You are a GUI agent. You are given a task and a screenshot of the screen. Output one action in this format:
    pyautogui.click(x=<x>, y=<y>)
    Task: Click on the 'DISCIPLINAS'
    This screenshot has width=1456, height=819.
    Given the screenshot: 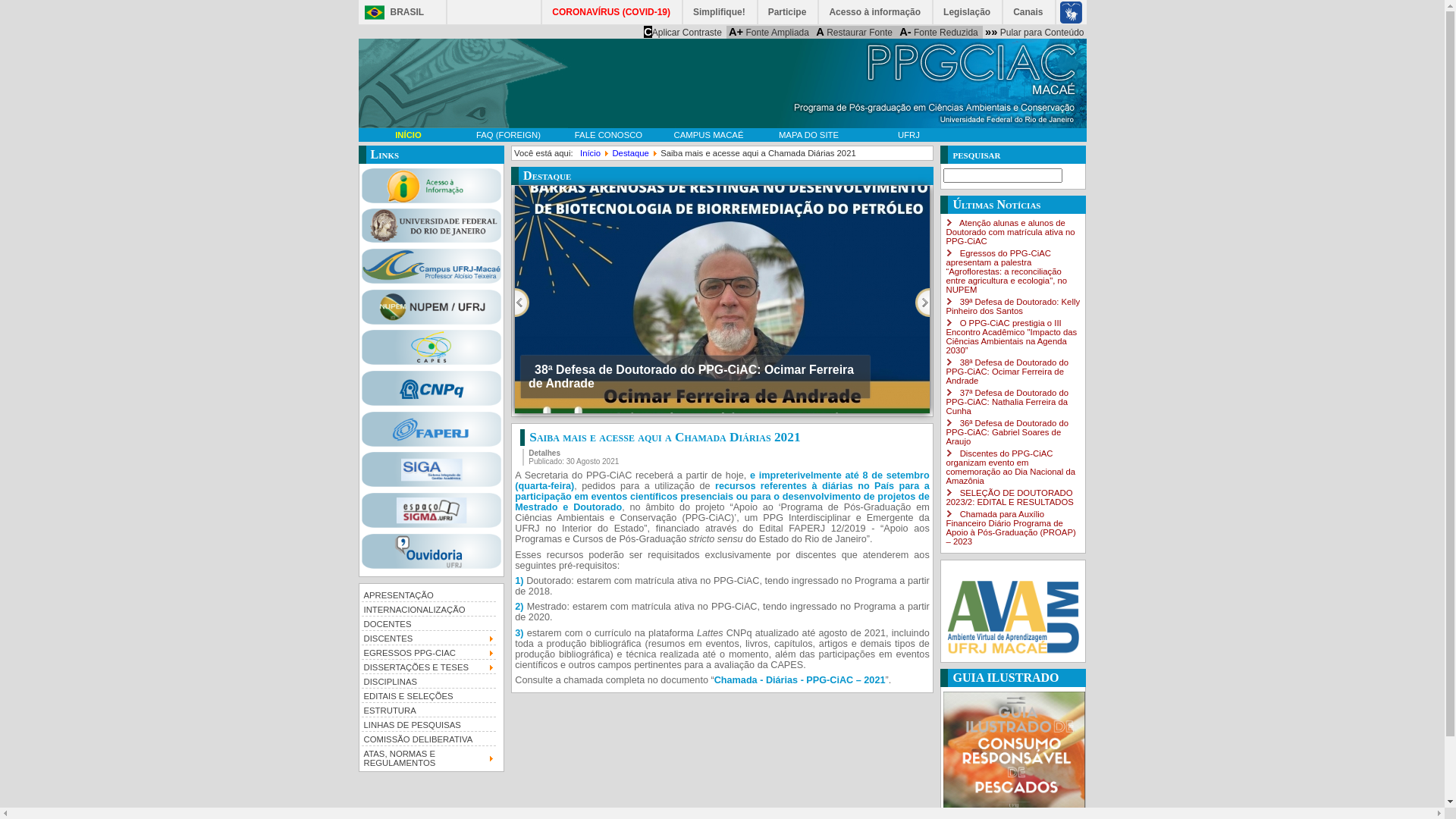 What is the action you would take?
    pyautogui.click(x=359, y=679)
    